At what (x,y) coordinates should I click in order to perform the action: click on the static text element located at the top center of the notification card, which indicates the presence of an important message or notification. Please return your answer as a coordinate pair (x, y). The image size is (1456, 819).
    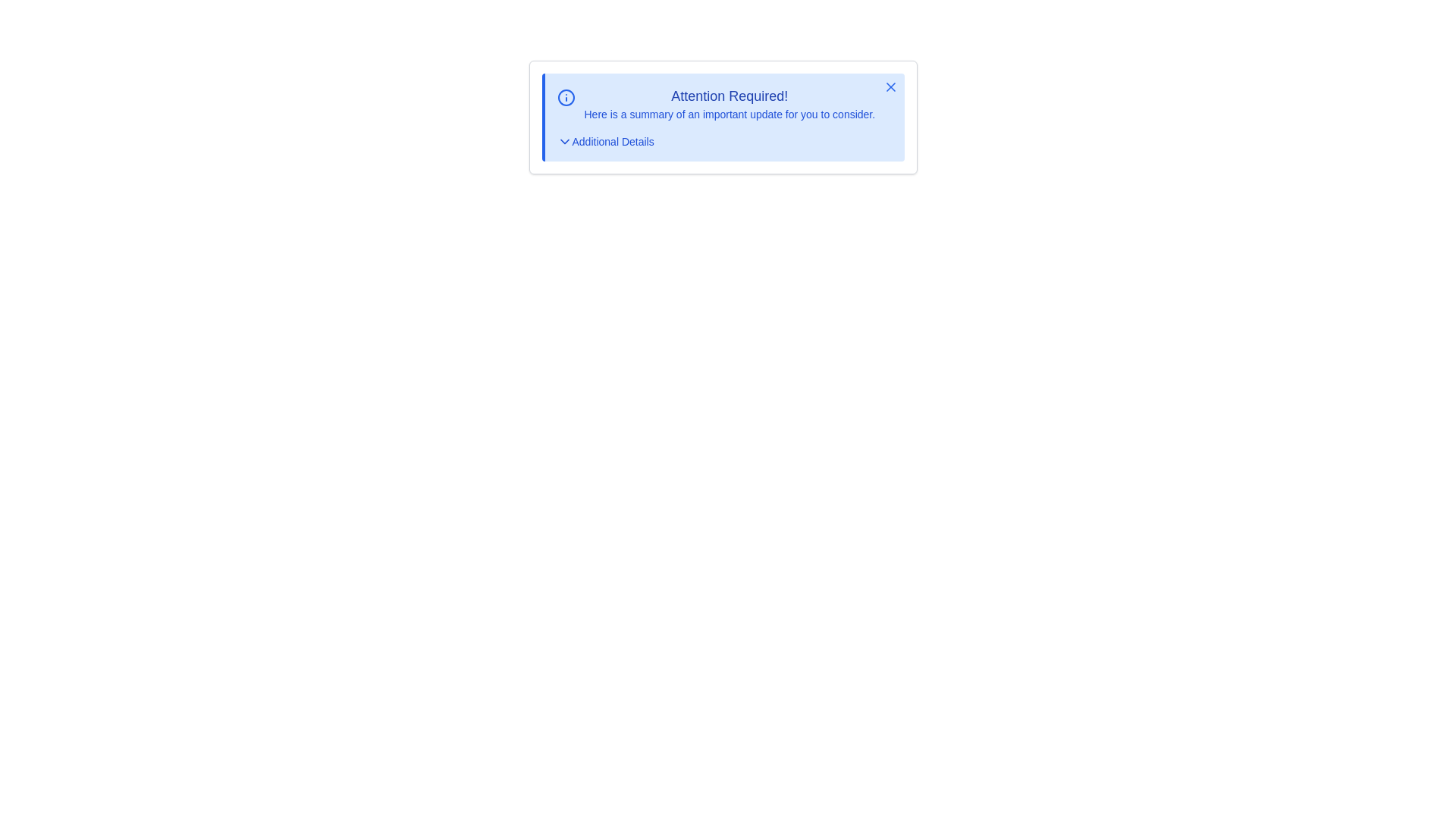
    Looking at the image, I should click on (730, 96).